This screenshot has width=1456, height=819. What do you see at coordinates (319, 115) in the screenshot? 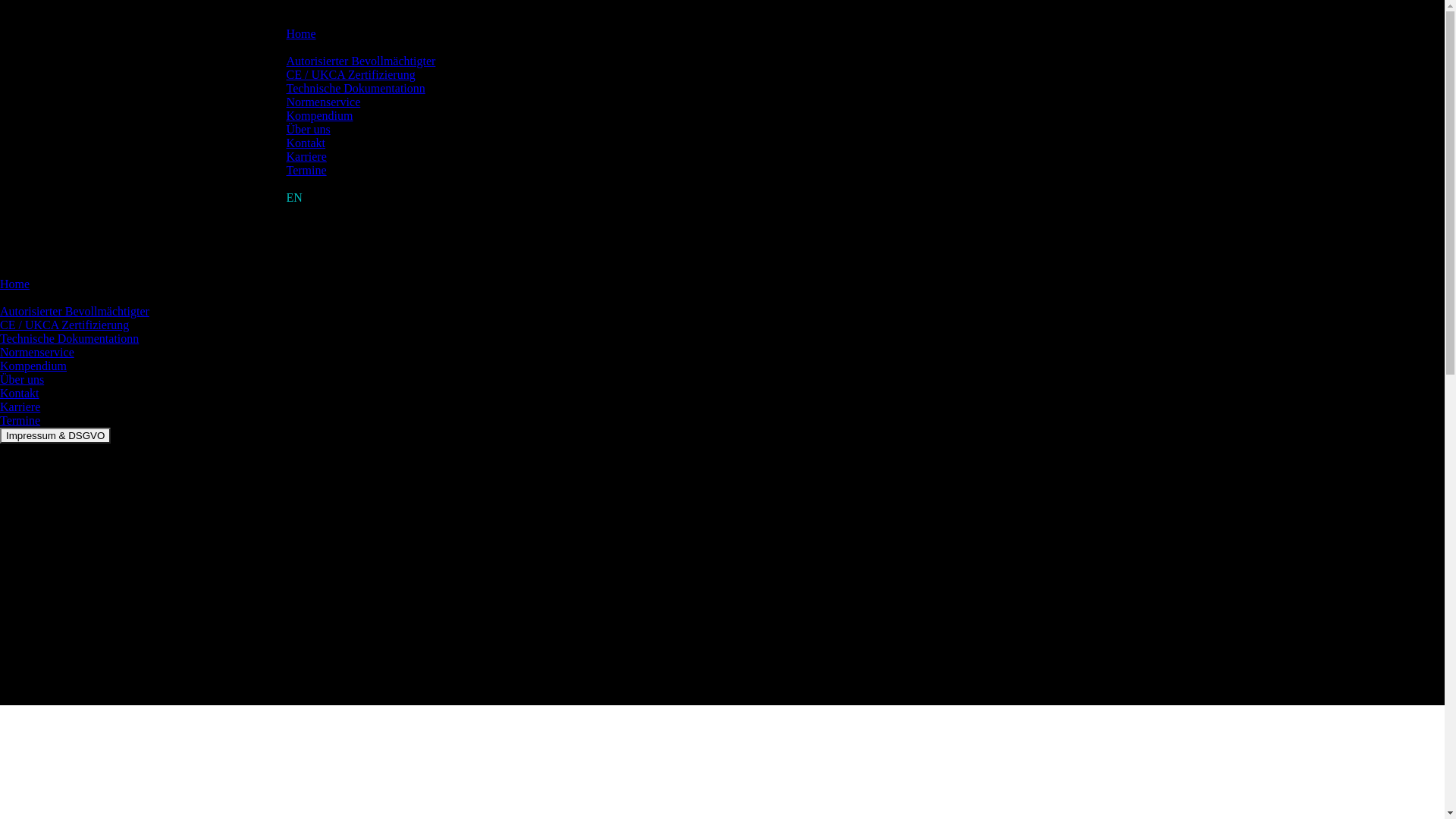
I see `'Kompendium'` at bounding box center [319, 115].